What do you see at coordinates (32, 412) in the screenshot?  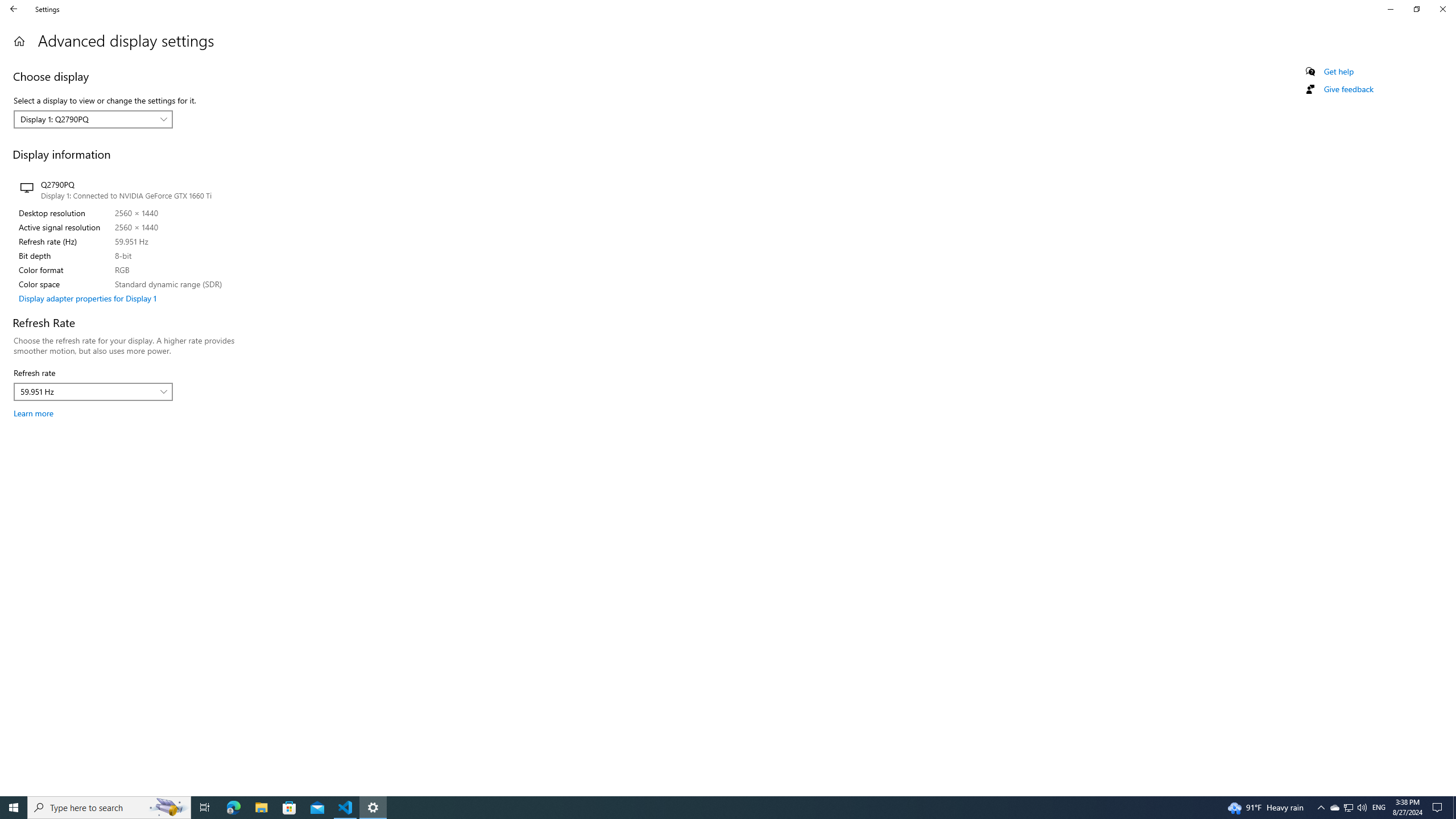 I see `'Learn more'` at bounding box center [32, 412].